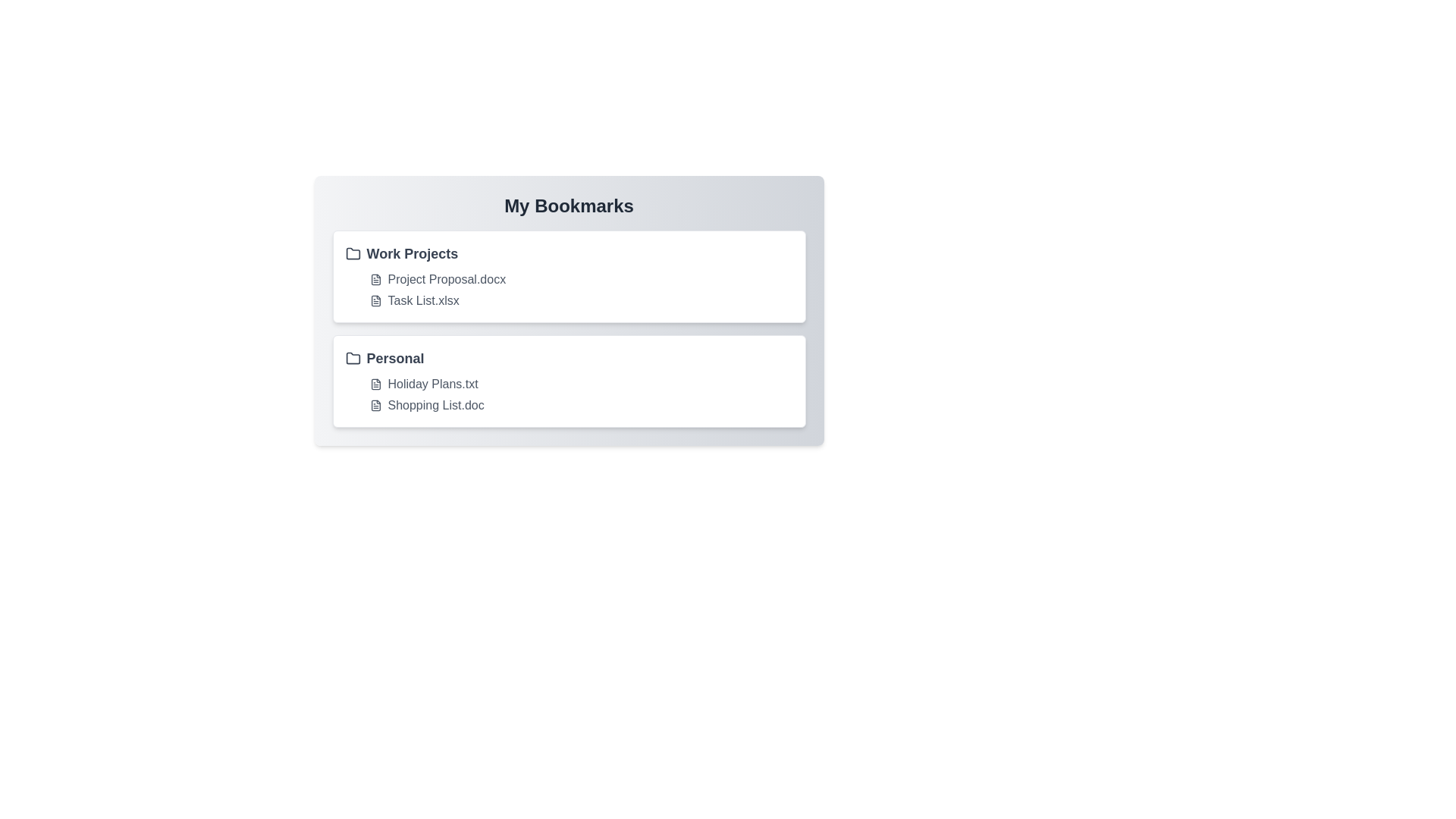  Describe the element at coordinates (423, 301) in the screenshot. I see `the label representing the file name in the list under 'Work Projects', located between 'Project Proposal.docx' and the 'Personal' section` at that location.